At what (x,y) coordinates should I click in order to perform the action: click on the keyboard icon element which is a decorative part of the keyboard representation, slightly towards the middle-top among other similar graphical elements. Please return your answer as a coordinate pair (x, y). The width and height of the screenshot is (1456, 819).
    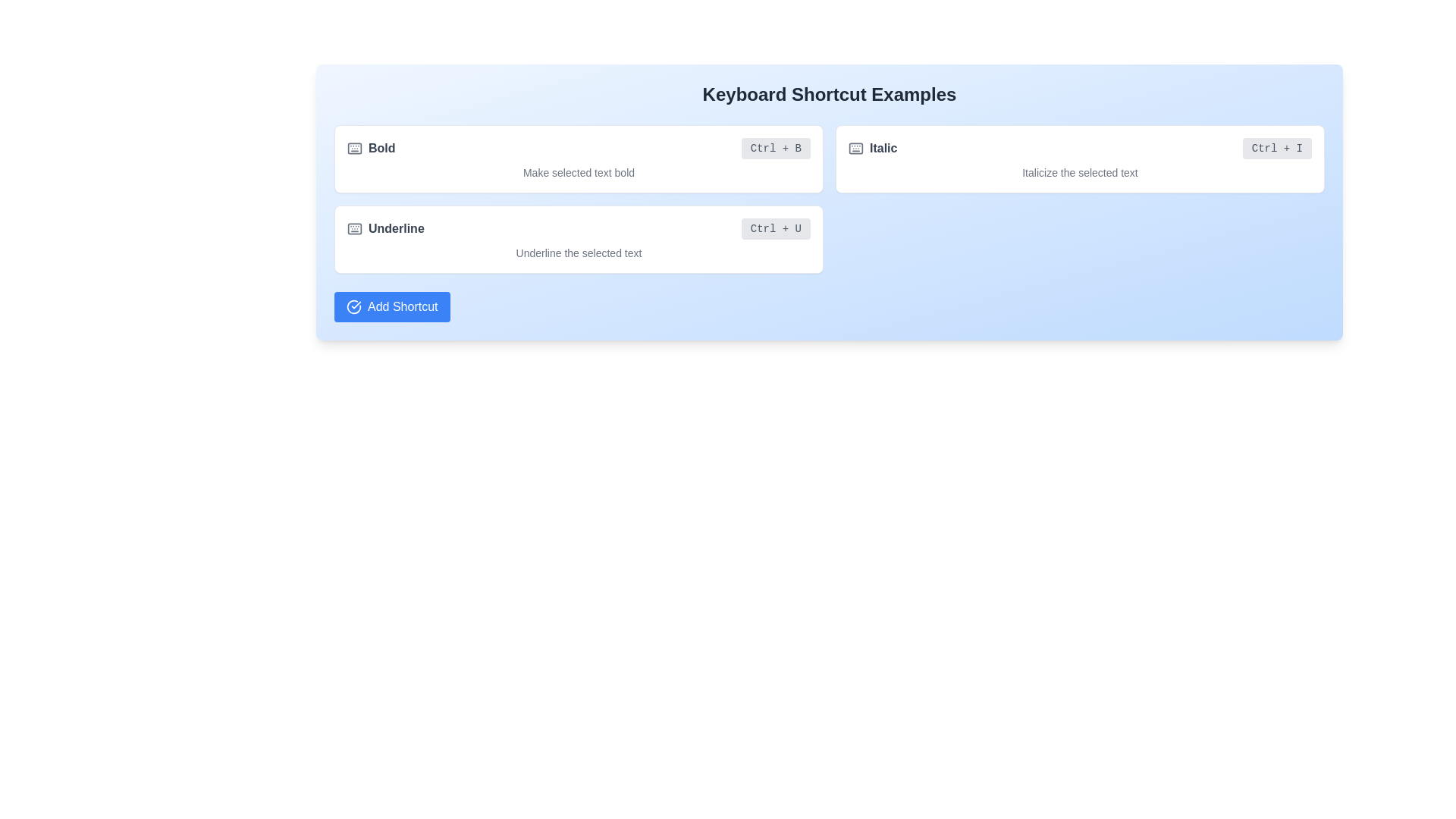
    Looking at the image, I should click on (353, 149).